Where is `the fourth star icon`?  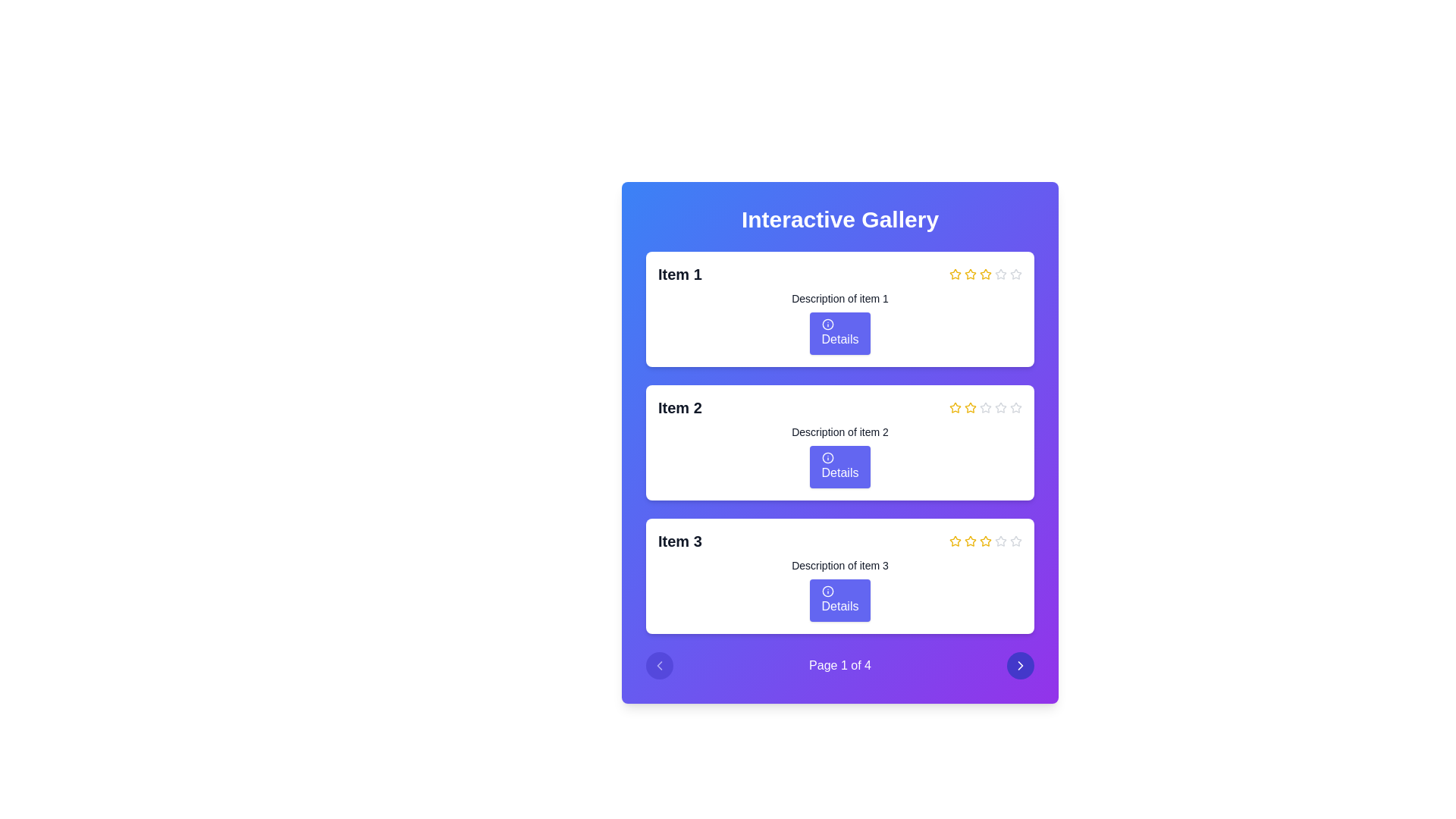 the fourth star icon is located at coordinates (986, 275).